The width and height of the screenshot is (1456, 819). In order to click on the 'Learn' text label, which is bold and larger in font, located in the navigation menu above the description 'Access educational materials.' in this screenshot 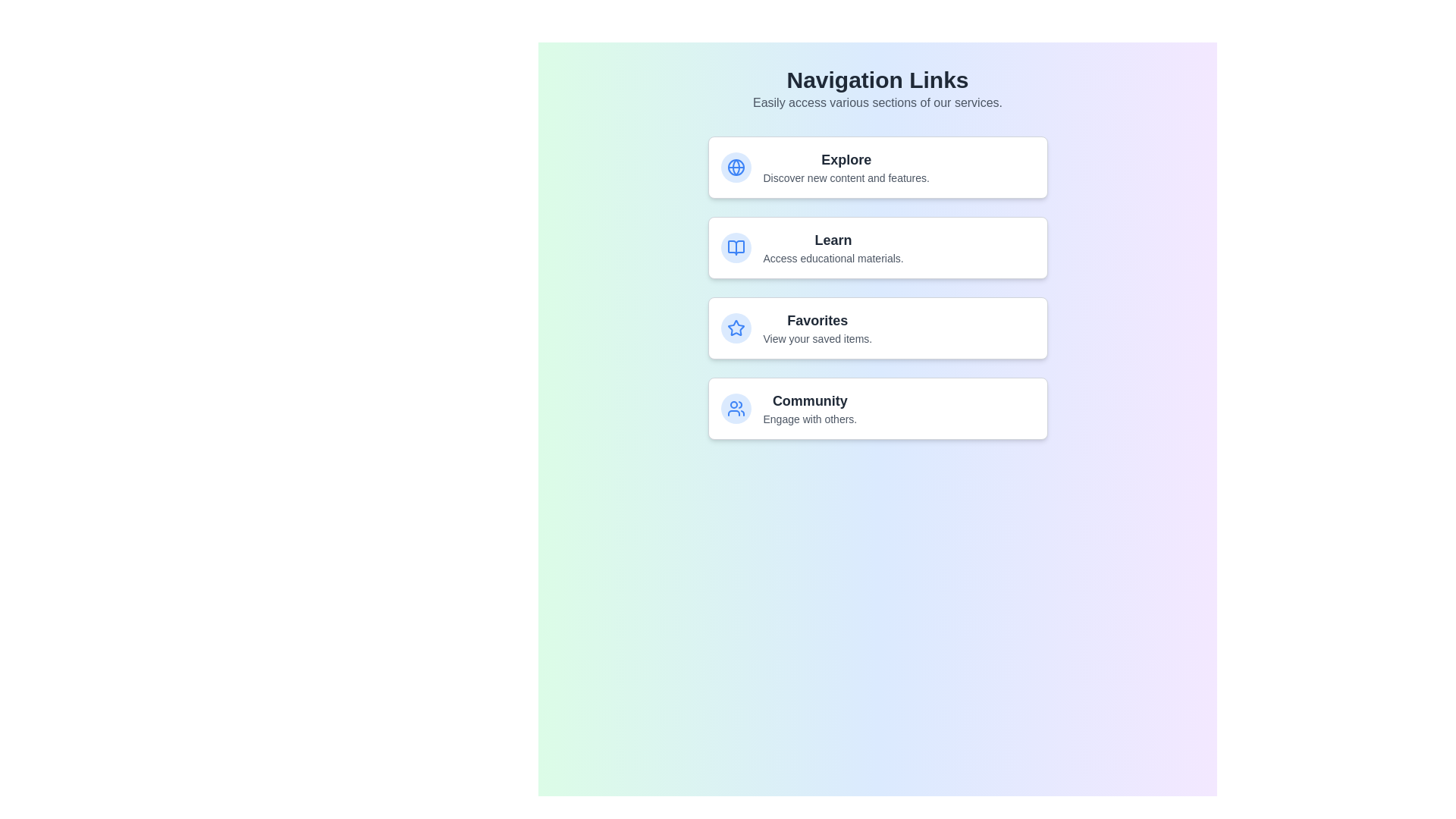, I will do `click(833, 239)`.